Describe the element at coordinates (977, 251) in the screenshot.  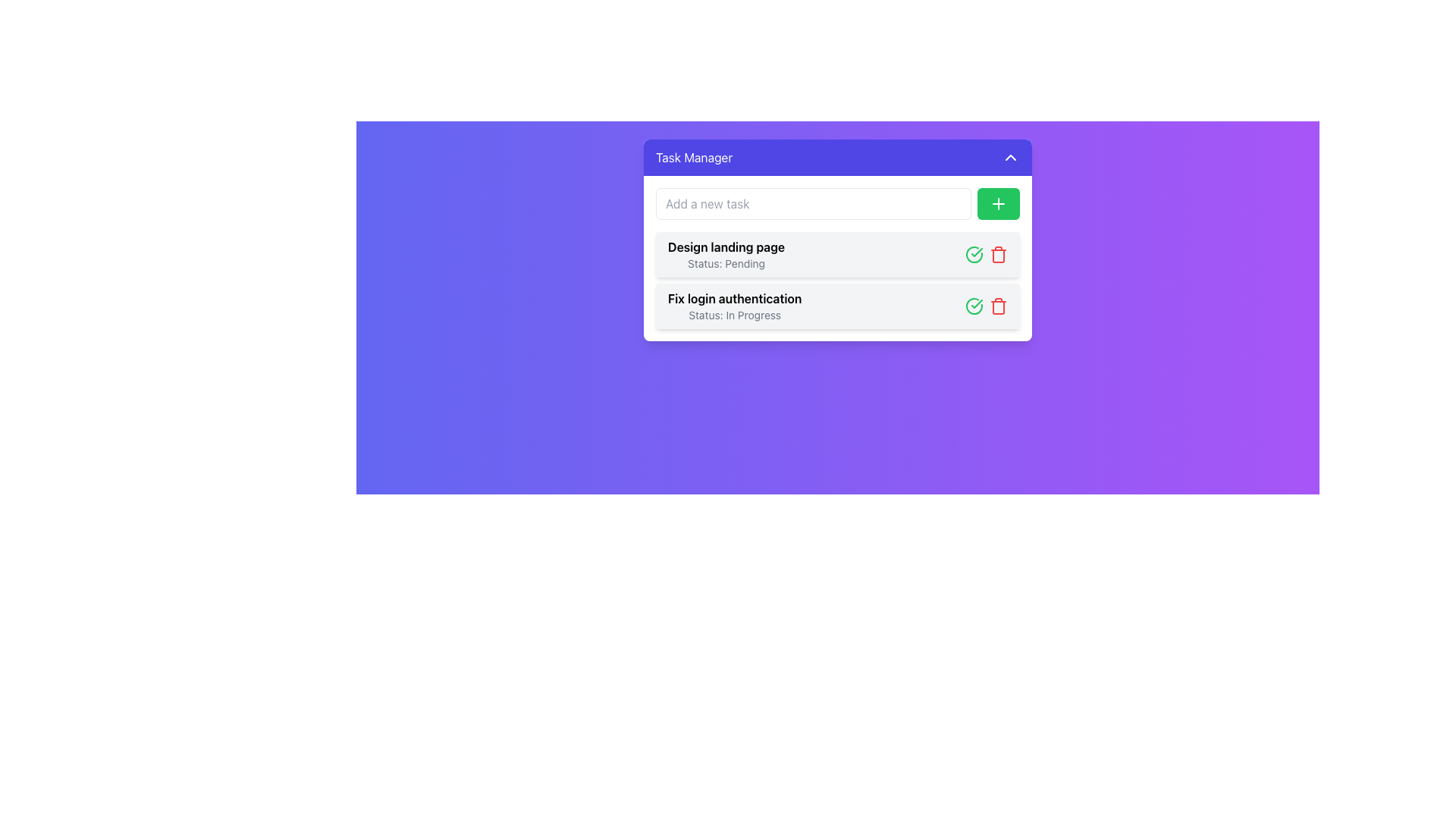
I see `the green checkmark icon located on the far right of the 'Fix login authentication' task row` at that location.